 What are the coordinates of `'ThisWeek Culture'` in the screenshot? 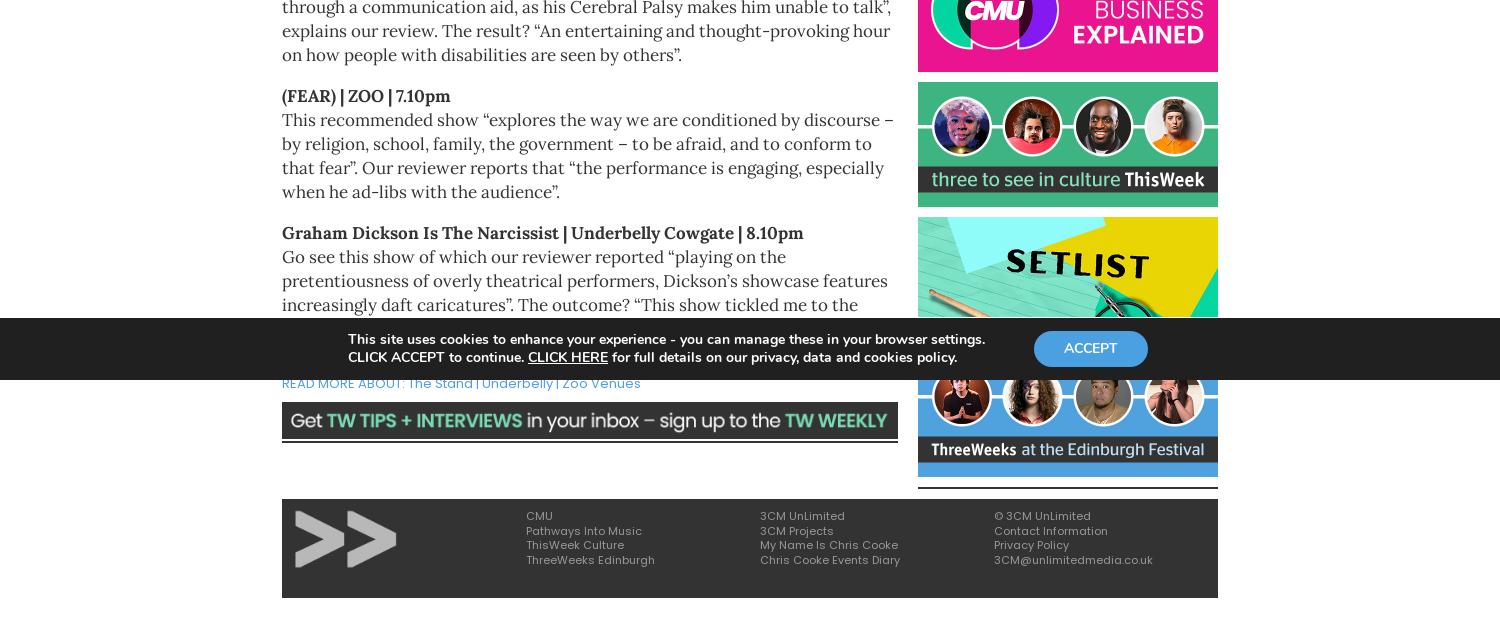 It's located at (526, 544).